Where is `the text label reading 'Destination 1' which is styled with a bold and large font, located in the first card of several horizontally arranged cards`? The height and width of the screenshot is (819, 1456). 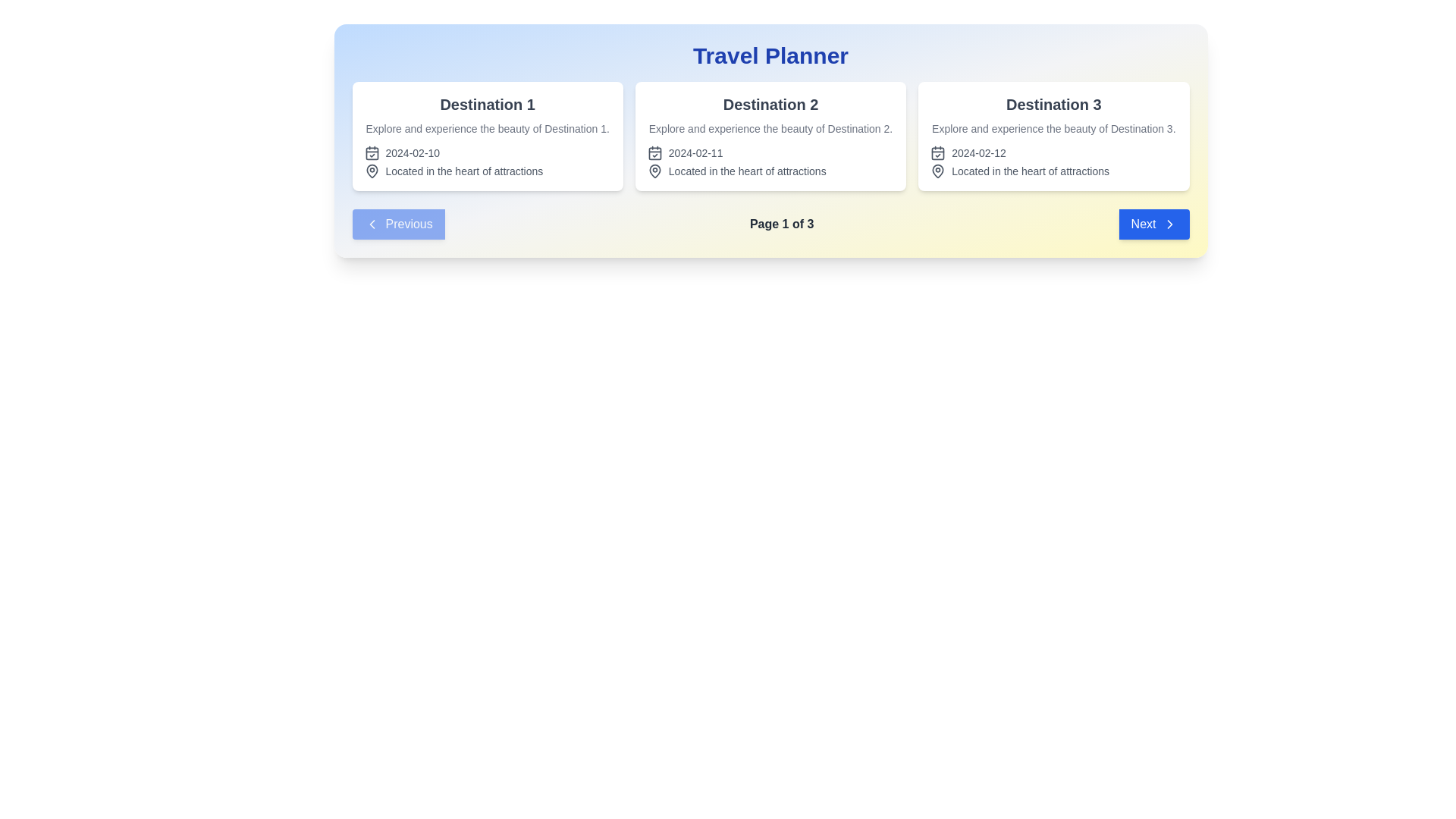
the text label reading 'Destination 1' which is styled with a bold and large font, located in the first card of several horizontally arranged cards is located at coordinates (488, 104).